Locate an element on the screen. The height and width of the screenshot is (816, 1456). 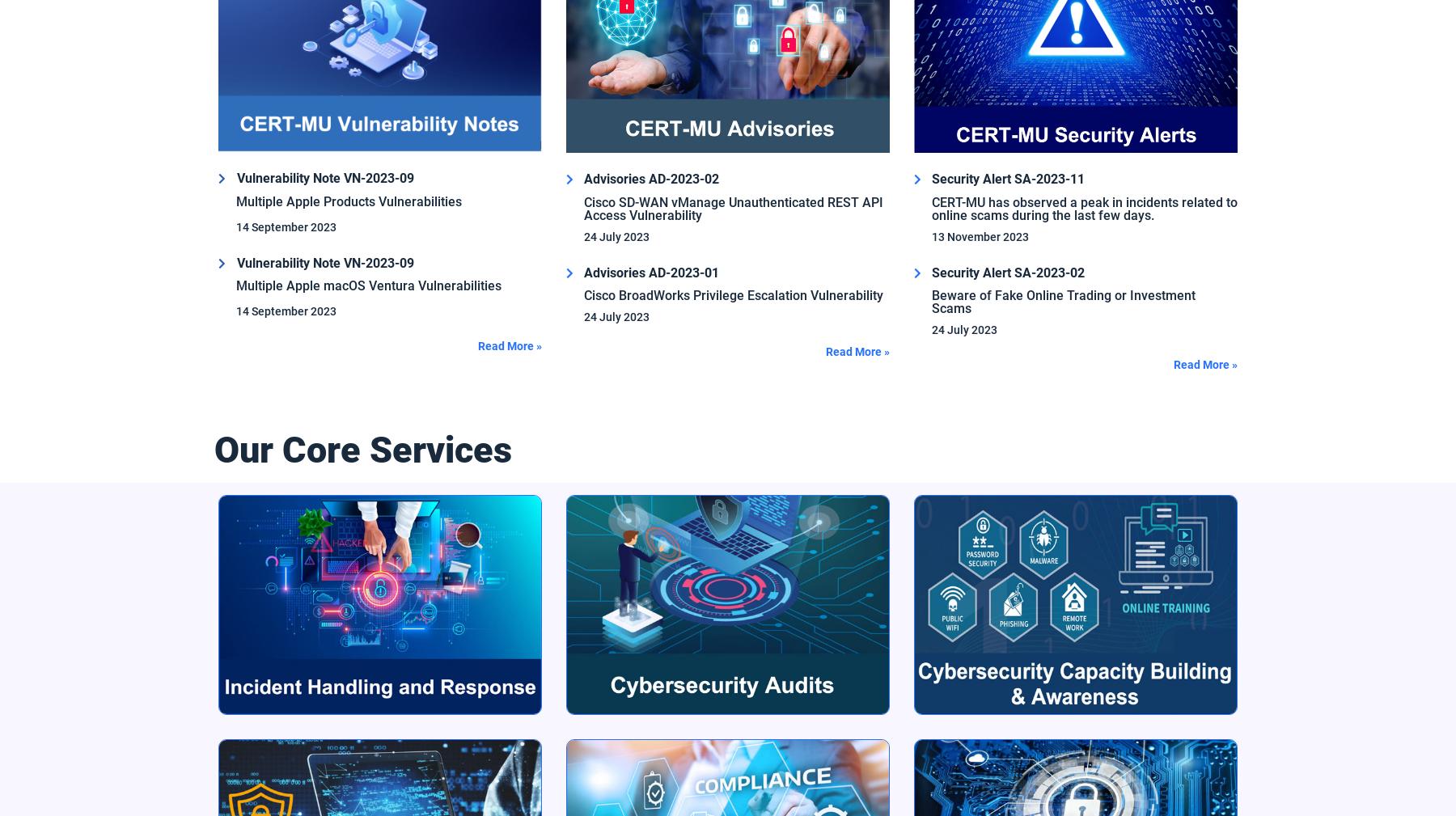
'Tik tok' is located at coordinates (231, 611).